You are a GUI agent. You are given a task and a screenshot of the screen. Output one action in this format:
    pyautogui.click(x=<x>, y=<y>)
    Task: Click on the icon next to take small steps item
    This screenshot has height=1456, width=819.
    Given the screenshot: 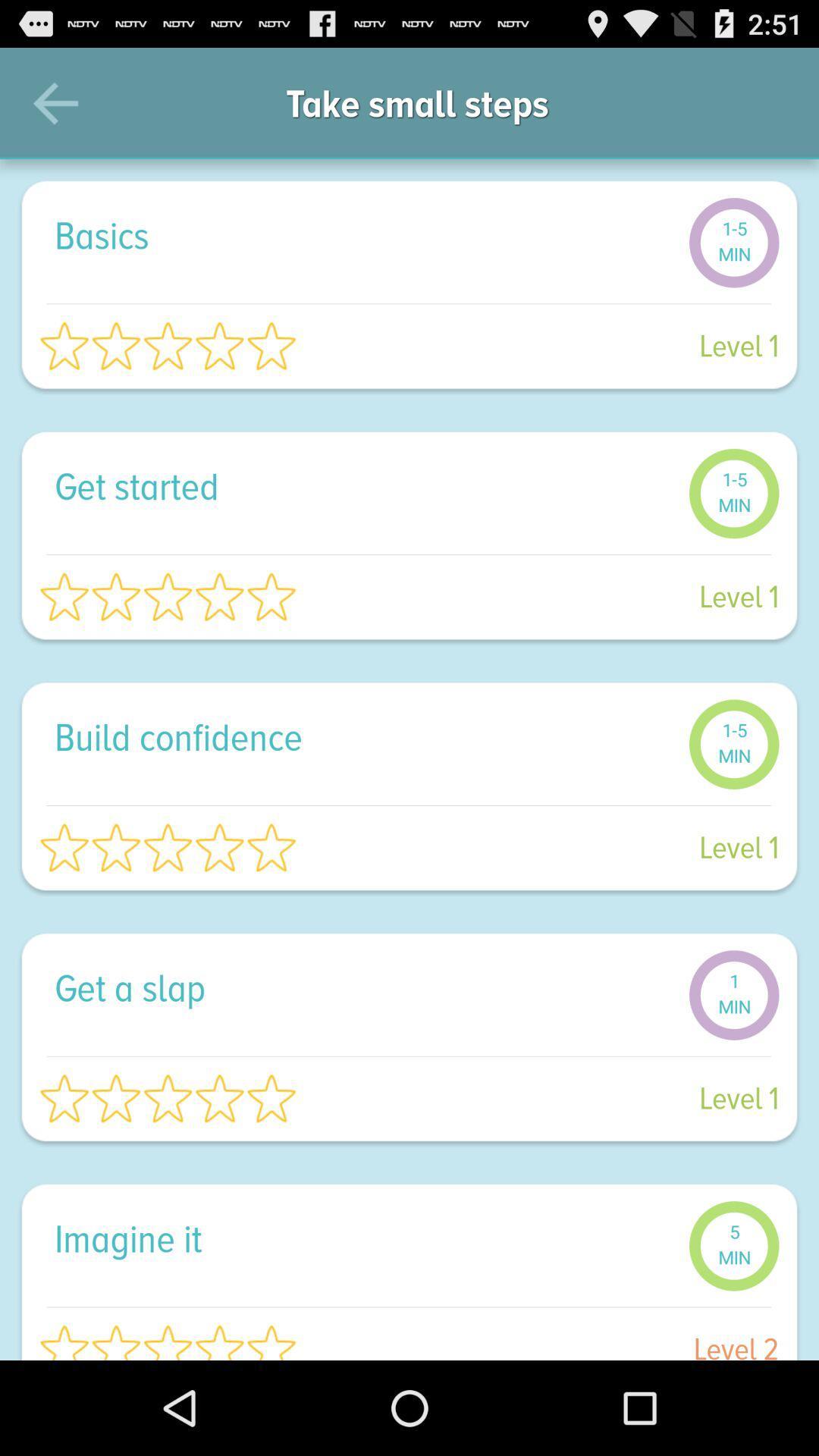 What is the action you would take?
    pyautogui.click(x=771, y=102)
    